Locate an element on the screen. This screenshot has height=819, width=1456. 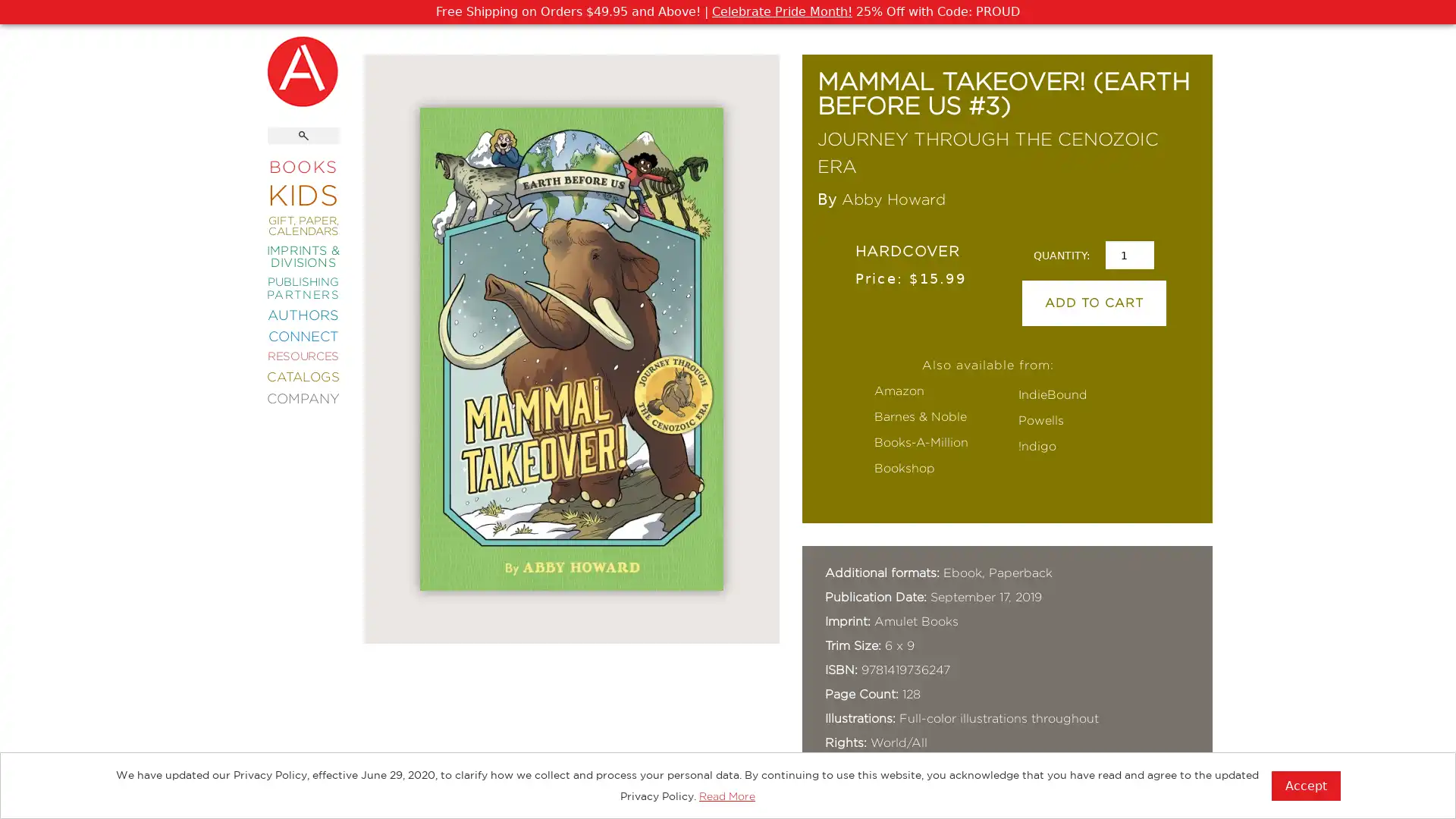
BOOKS is located at coordinates (303, 166).